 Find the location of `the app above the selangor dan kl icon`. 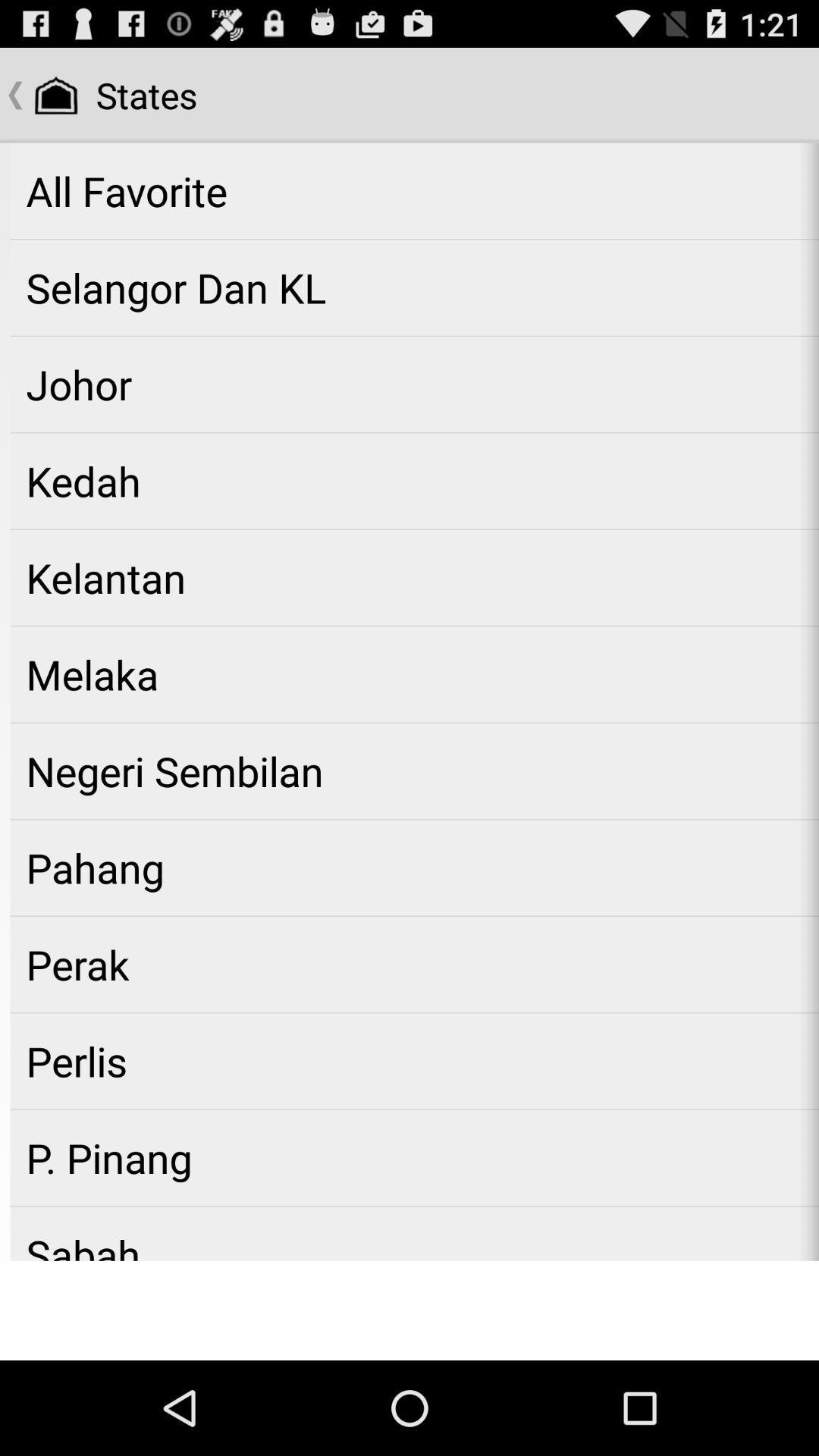

the app above the selangor dan kl icon is located at coordinates (414, 190).